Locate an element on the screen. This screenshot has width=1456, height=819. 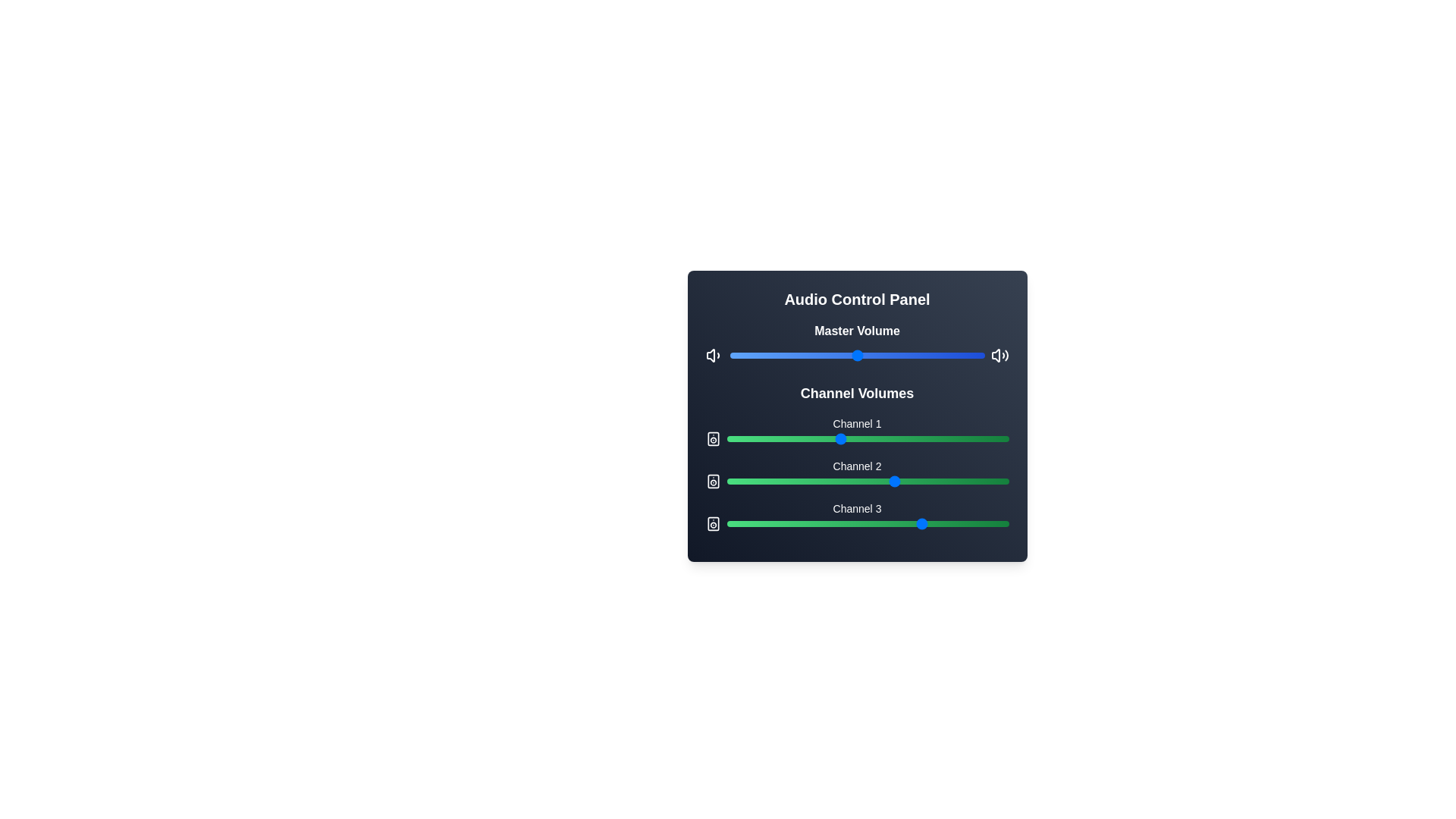
the 'Channel 3' volume slider is located at coordinates (844, 519).